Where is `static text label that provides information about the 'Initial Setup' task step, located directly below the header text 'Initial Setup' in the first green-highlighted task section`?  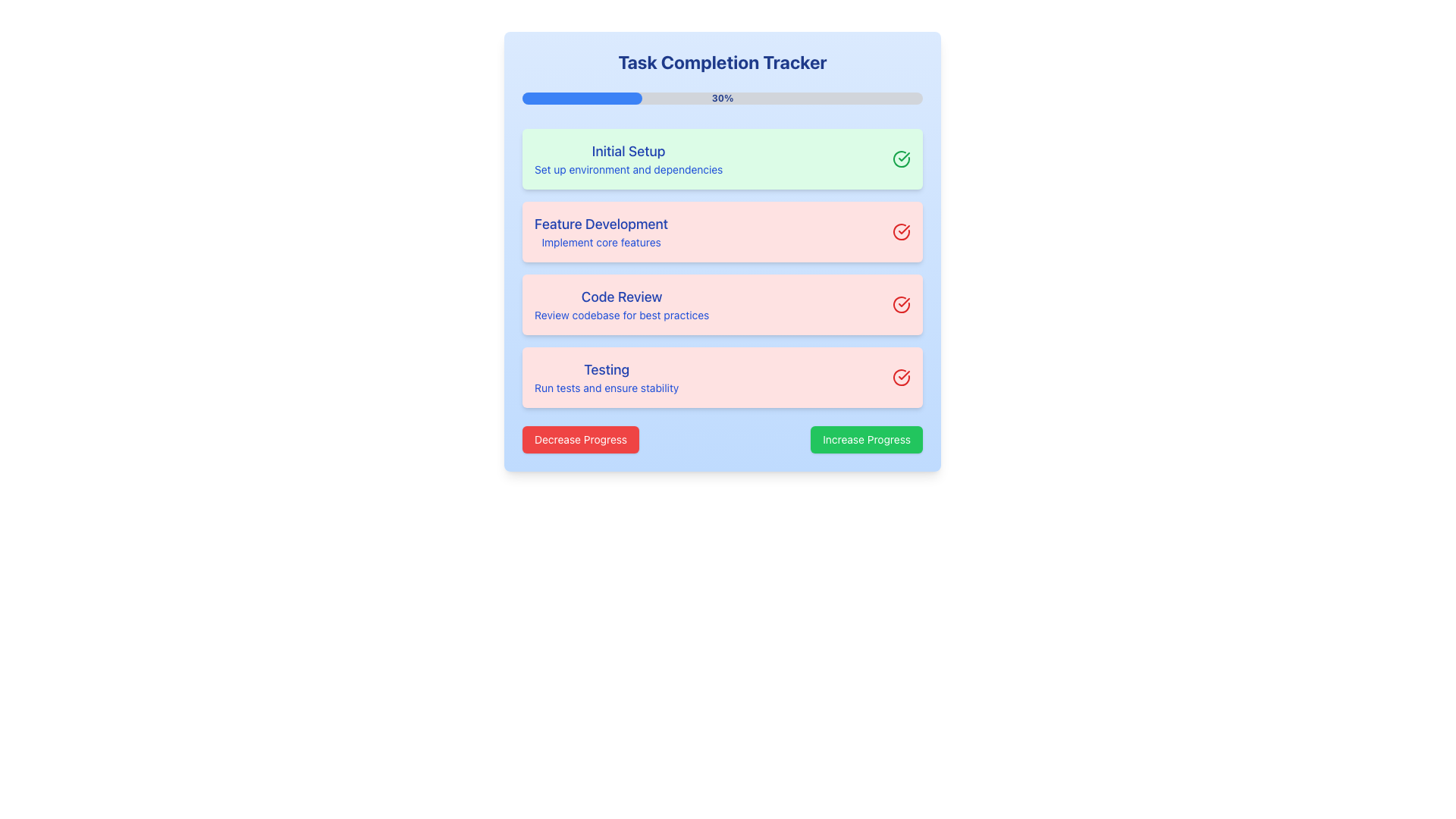
static text label that provides information about the 'Initial Setup' task step, located directly below the header text 'Initial Setup' in the first green-highlighted task section is located at coordinates (629, 169).